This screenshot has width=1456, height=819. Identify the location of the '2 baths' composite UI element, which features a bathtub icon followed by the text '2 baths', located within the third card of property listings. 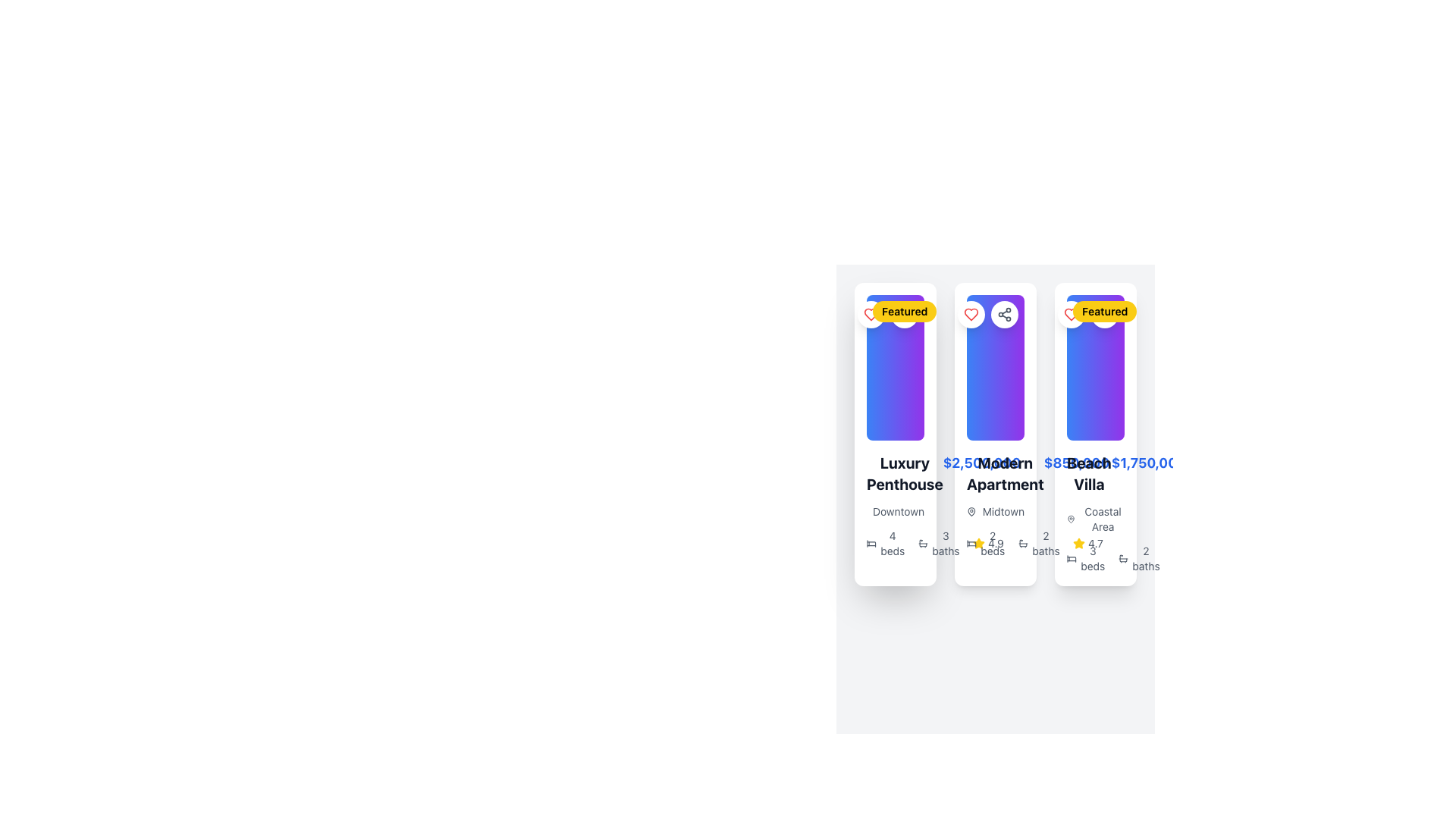
(1139, 558).